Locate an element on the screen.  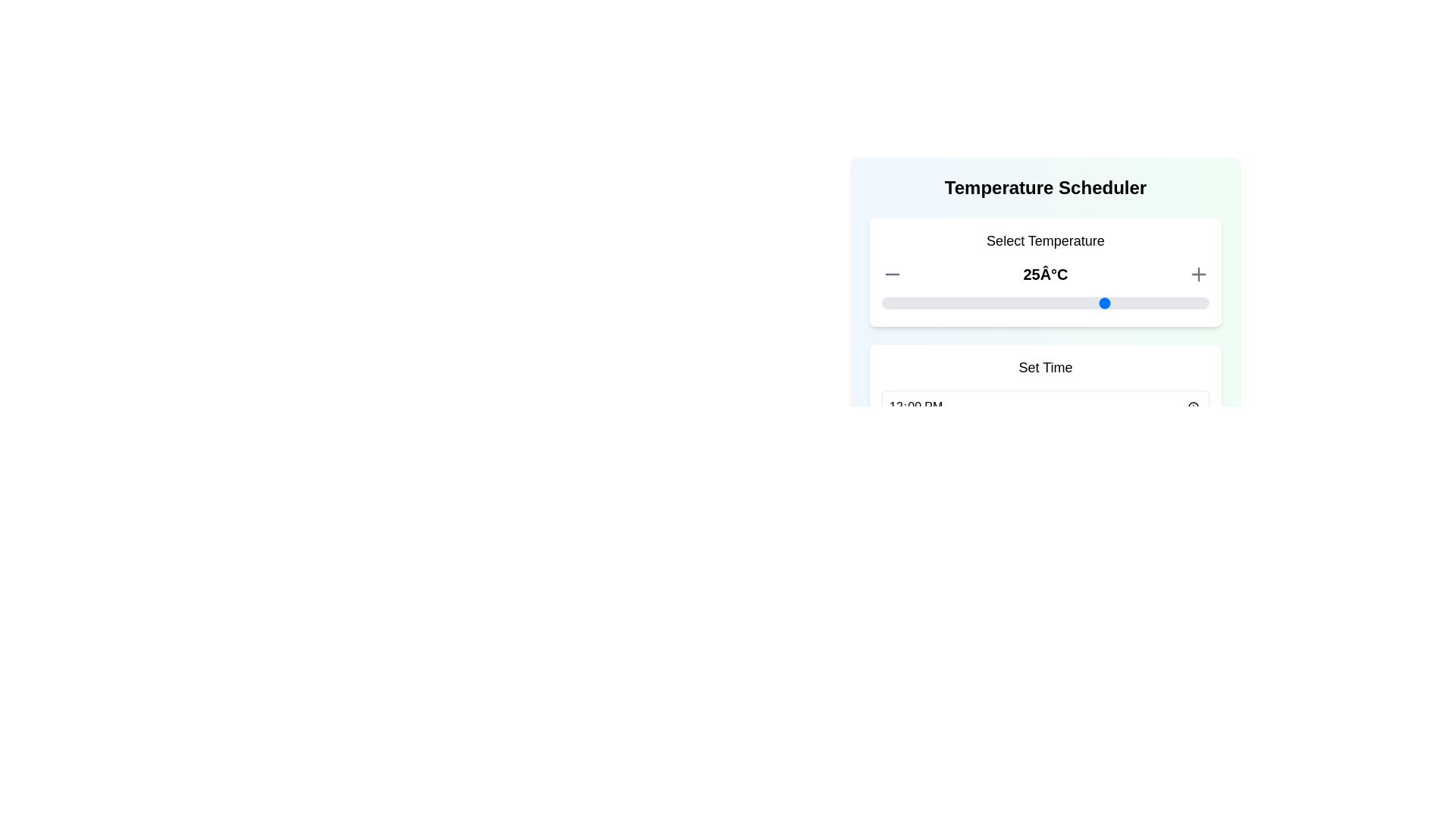
numeric value displayed in the bold text field showing '25Â°C', which is centered between the minus and plus icons in the temperature selection widget is located at coordinates (1044, 275).